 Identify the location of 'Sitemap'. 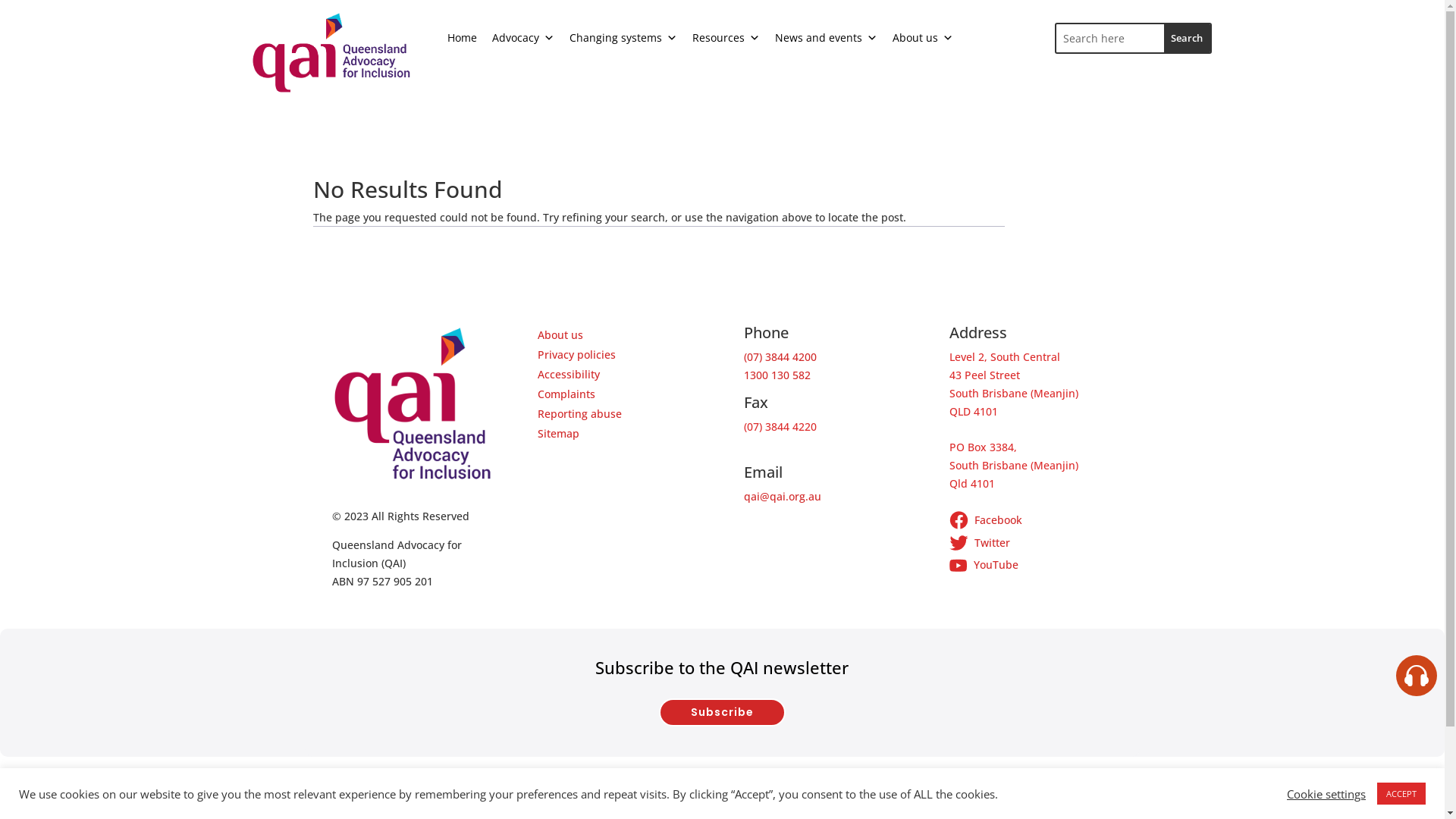
(557, 433).